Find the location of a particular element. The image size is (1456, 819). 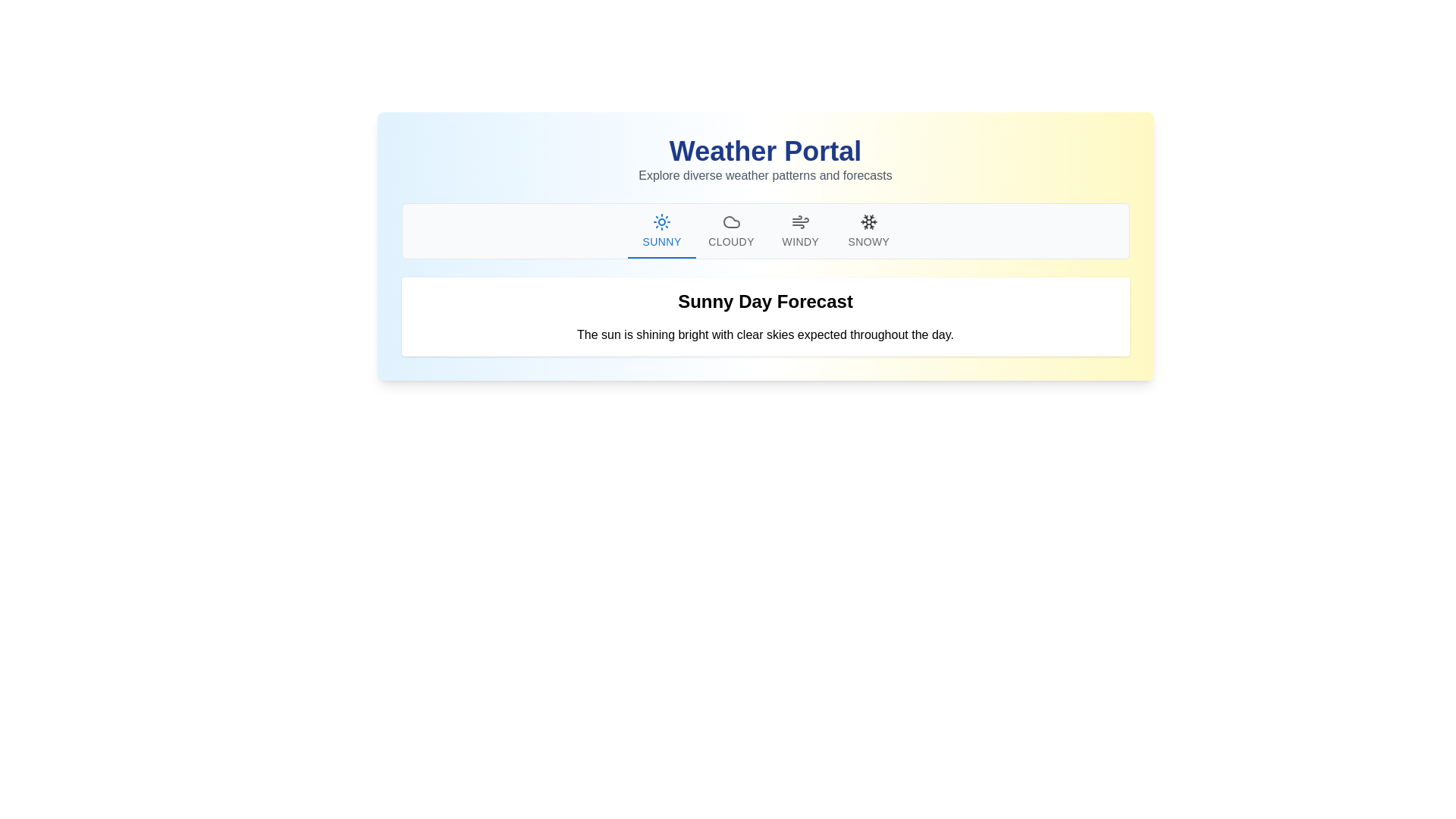

the title text of the weather forecast section, which indicates a sunny day scenario, positioned centrally above the descriptive text is located at coordinates (765, 301).